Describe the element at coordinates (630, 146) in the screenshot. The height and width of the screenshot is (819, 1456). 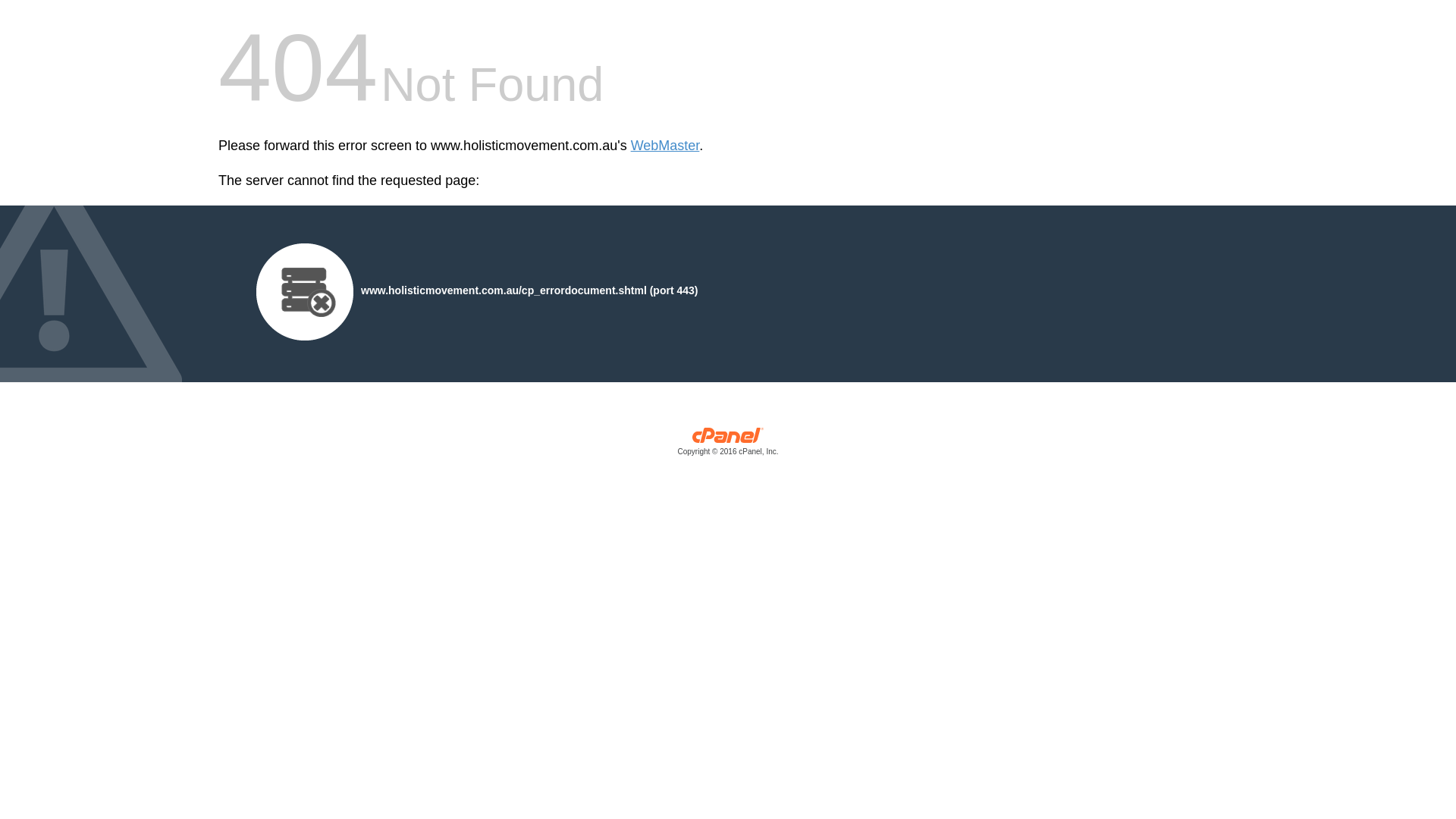
I see `'WebMaster'` at that location.